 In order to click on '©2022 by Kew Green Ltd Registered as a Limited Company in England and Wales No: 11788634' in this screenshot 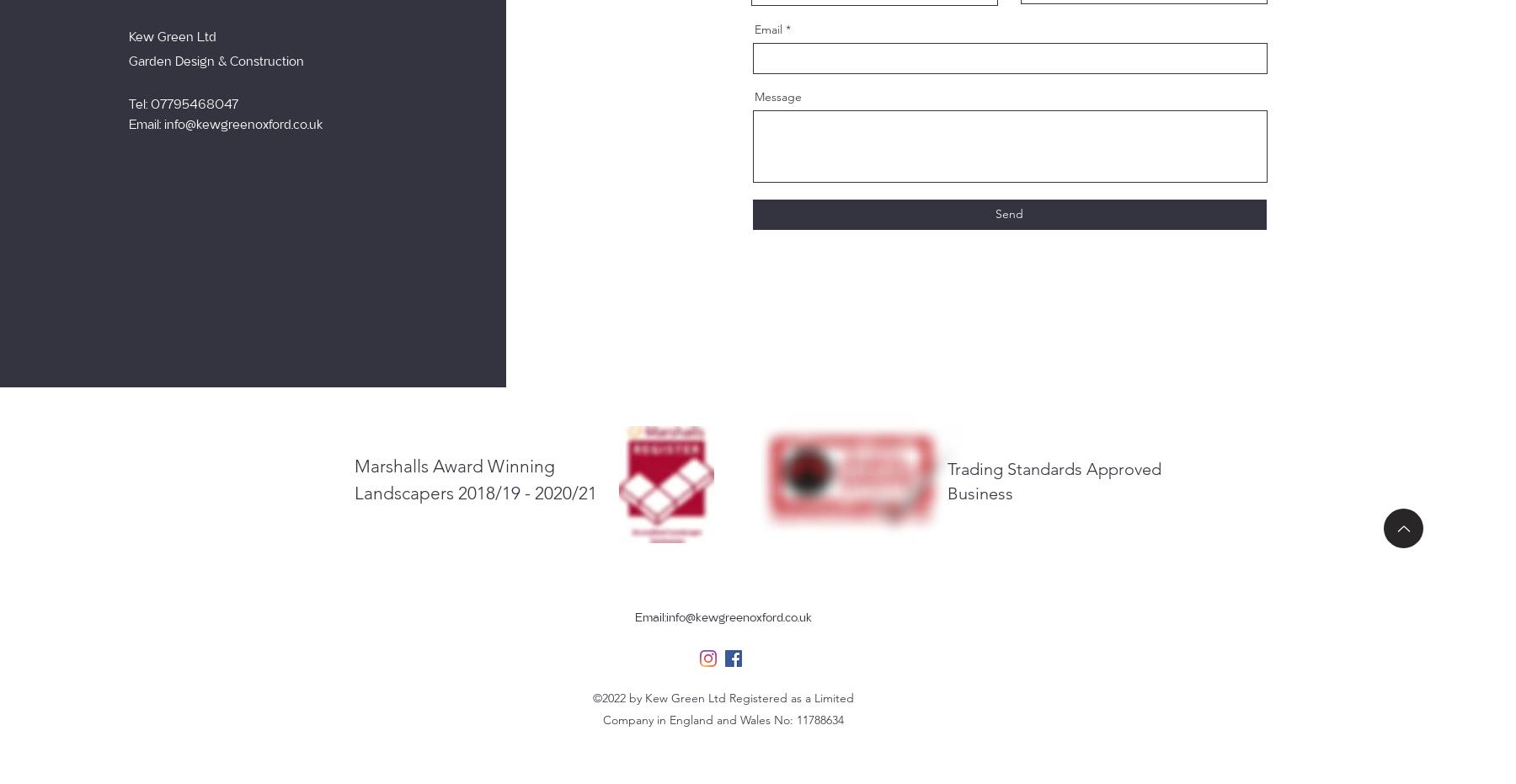, I will do `click(723, 707)`.